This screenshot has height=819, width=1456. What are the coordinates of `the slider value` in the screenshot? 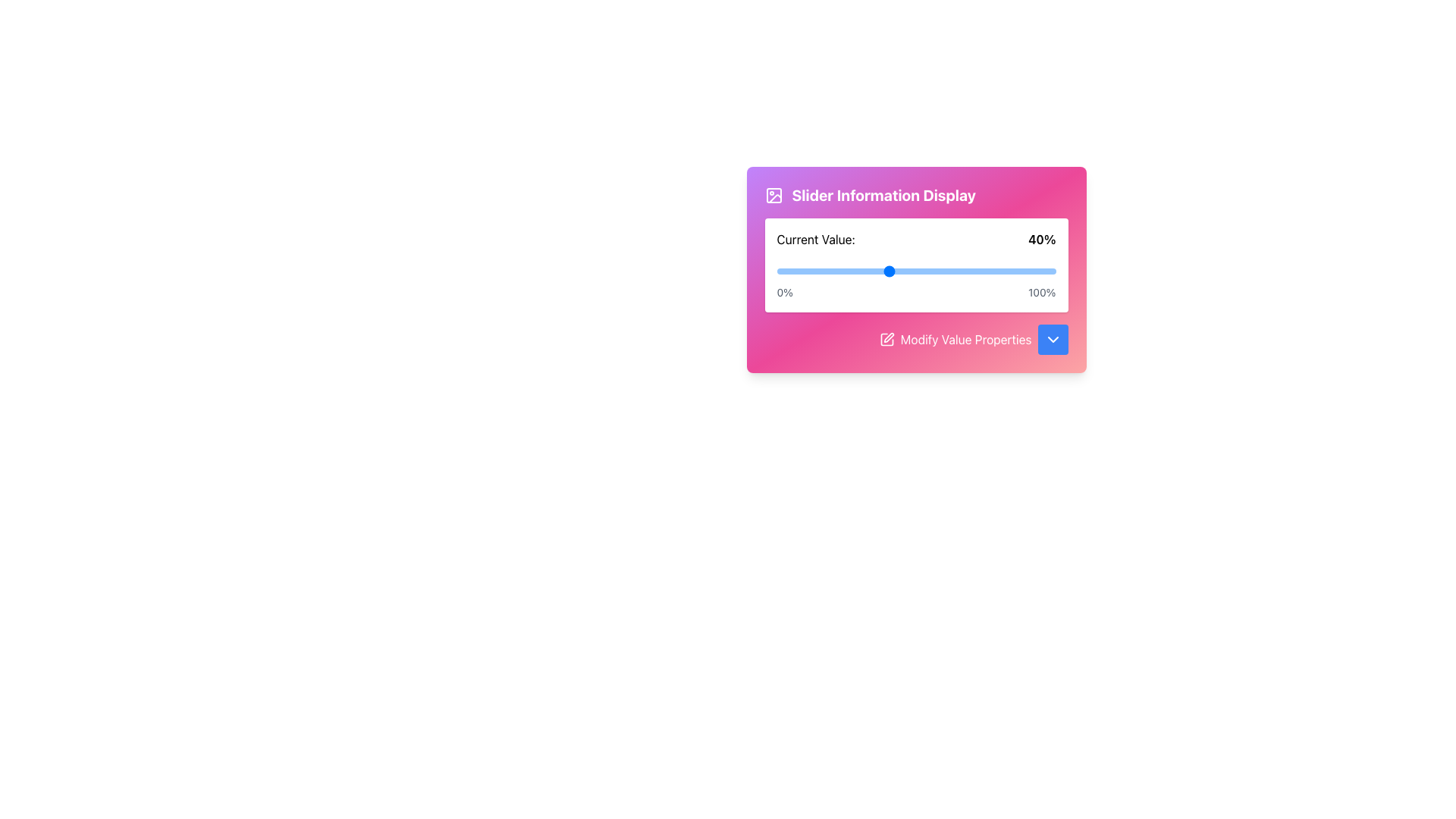 It's located at (874, 271).